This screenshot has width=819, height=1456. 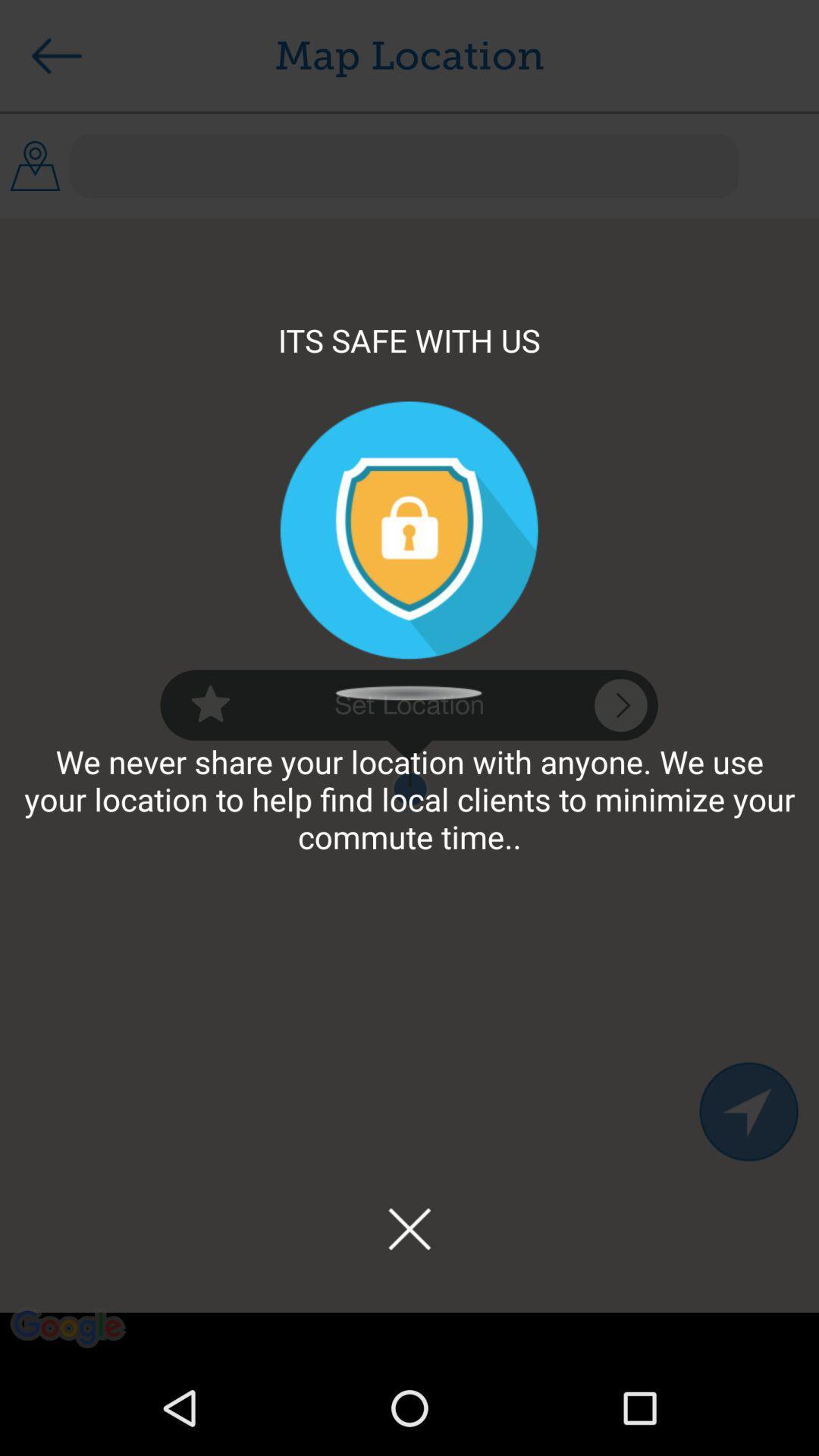 What do you see at coordinates (409, 1228) in the screenshot?
I see `this` at bounding box center [409, 1228].